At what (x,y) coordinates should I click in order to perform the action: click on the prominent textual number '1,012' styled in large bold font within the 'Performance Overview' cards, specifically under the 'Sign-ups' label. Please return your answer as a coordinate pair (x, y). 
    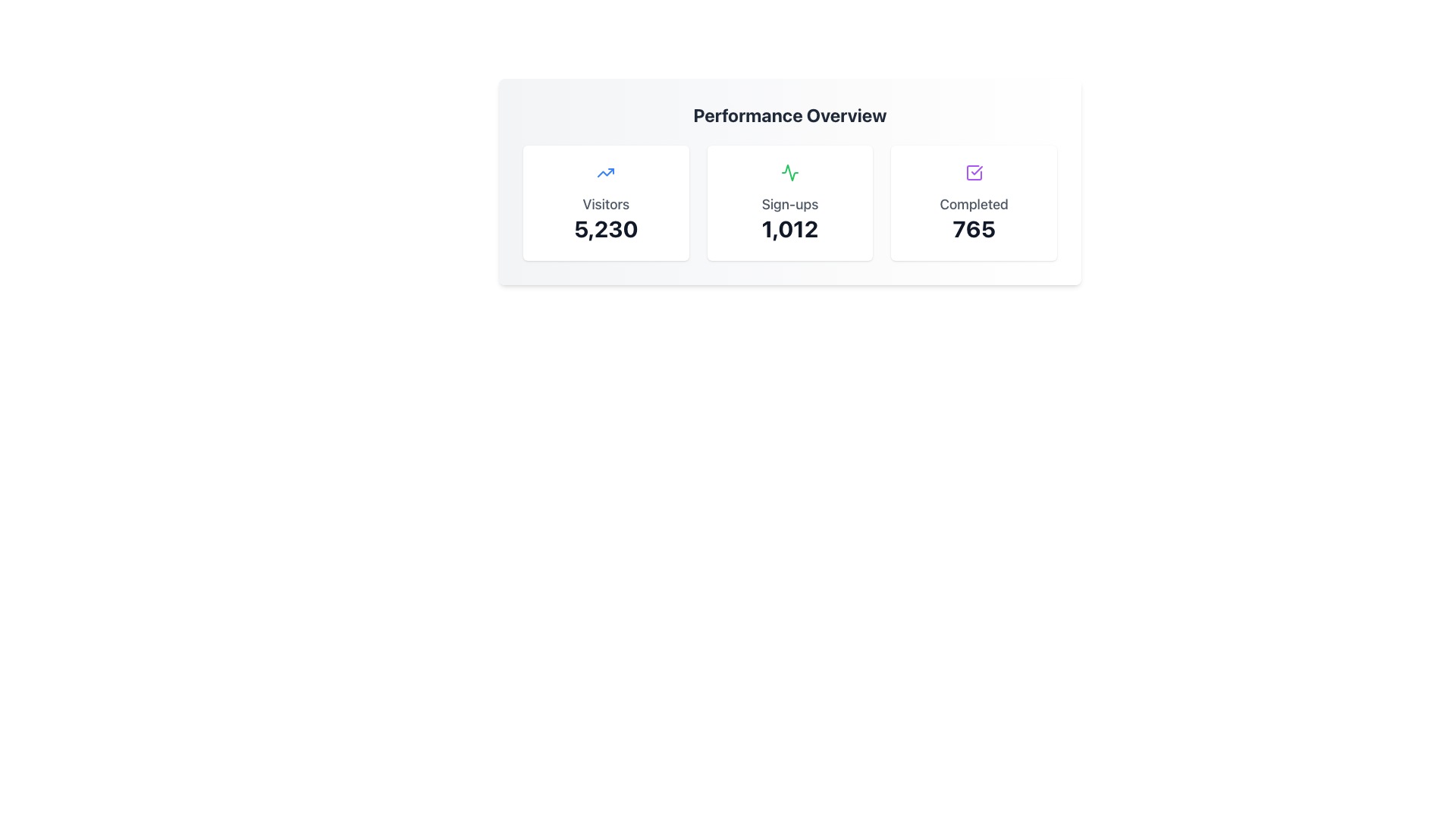
    Looking at the image, I should click on (789, 228).